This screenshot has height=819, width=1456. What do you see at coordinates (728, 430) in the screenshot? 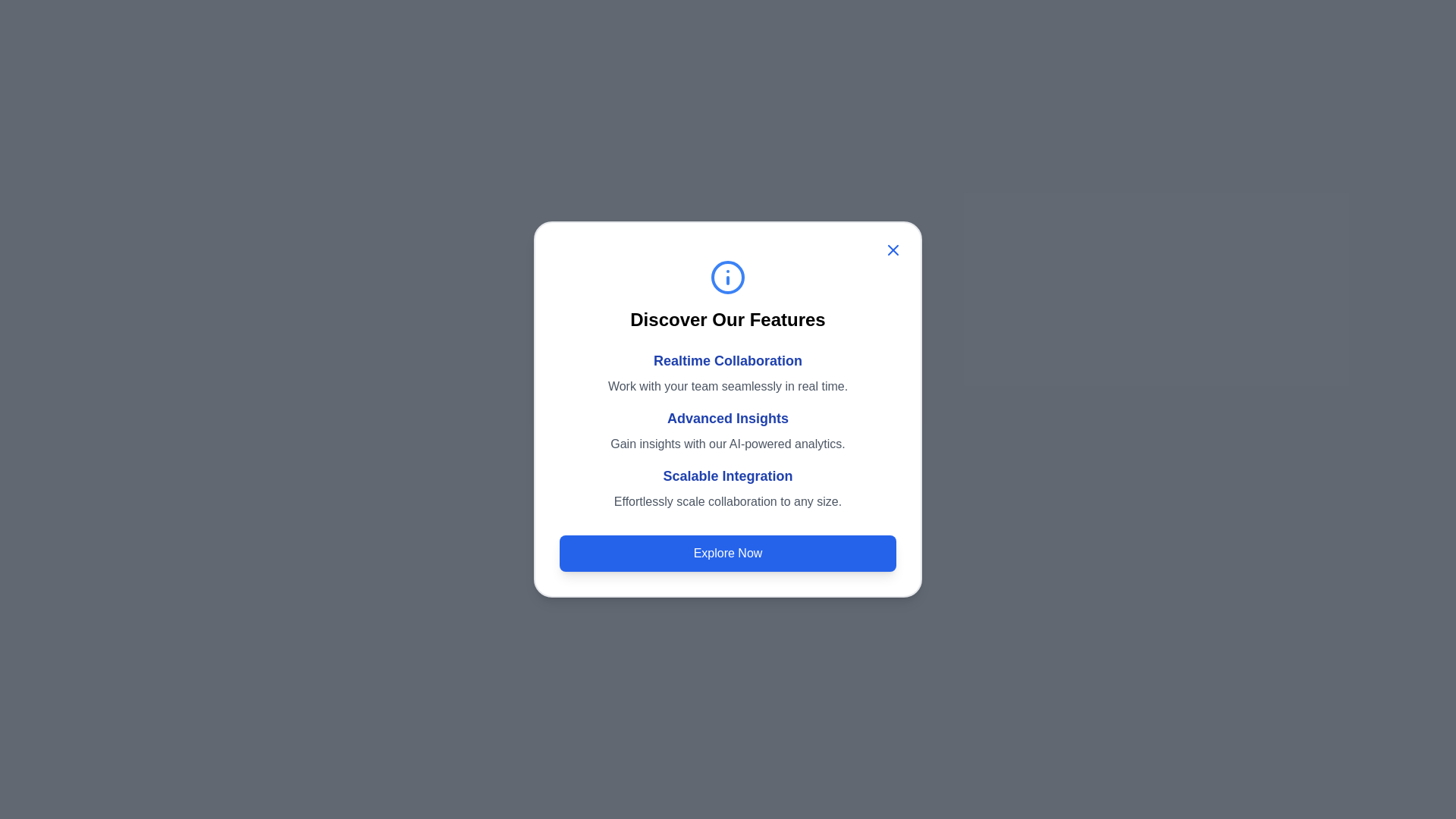
I see `the Informational section located in the central panel of the pop-up, below the heading 'Discover Our Features', which includes details on real-time collaboration, advanced insights, and scalable integration` at bounding box center [728, 430].